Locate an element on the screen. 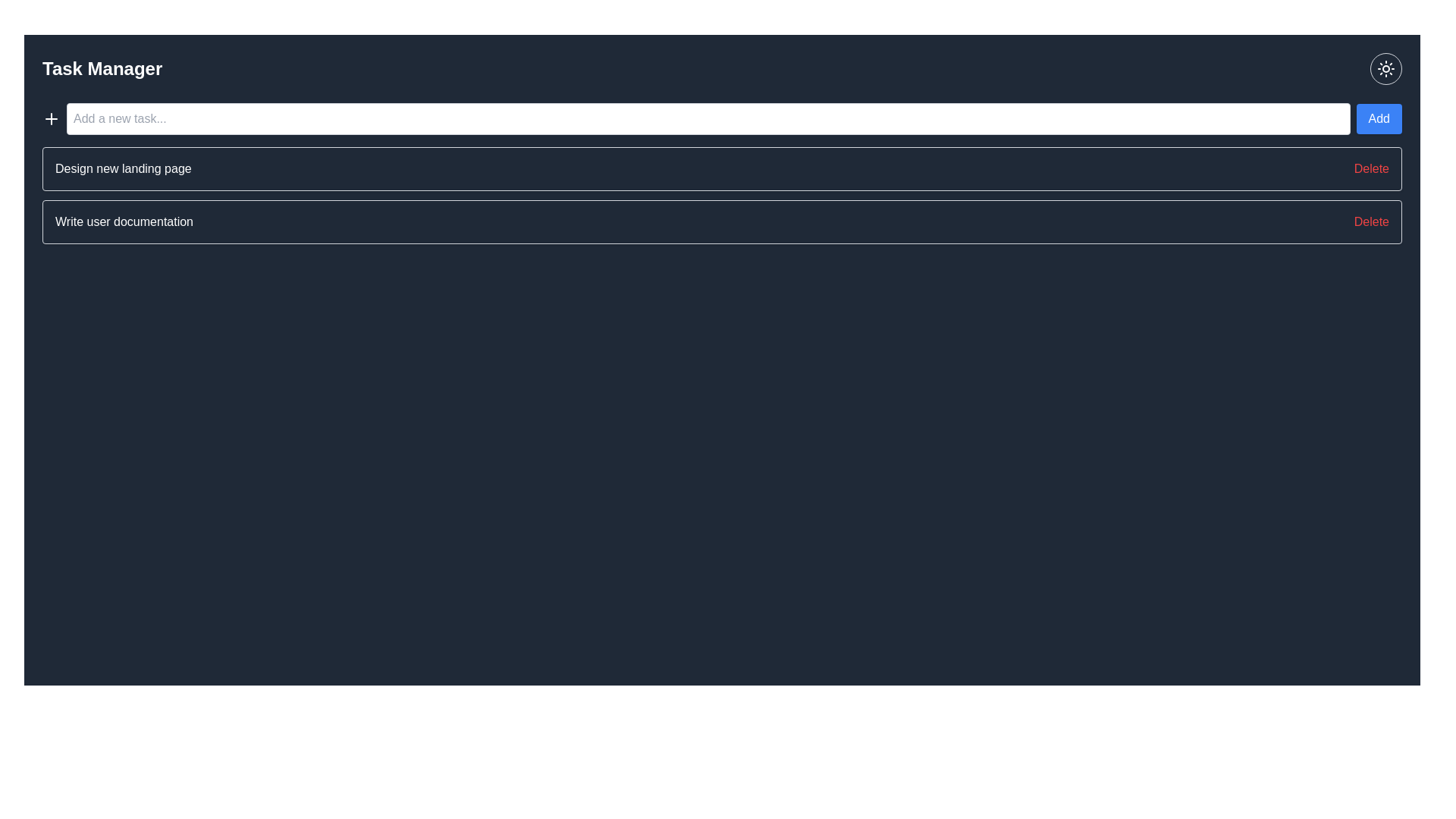 This screenshot has width=1456, height=819. the text label that indicates the content of the second task item in the task management interface, which is positioned to the left of the red 'Delete' button is located at coordinates (124, 222).